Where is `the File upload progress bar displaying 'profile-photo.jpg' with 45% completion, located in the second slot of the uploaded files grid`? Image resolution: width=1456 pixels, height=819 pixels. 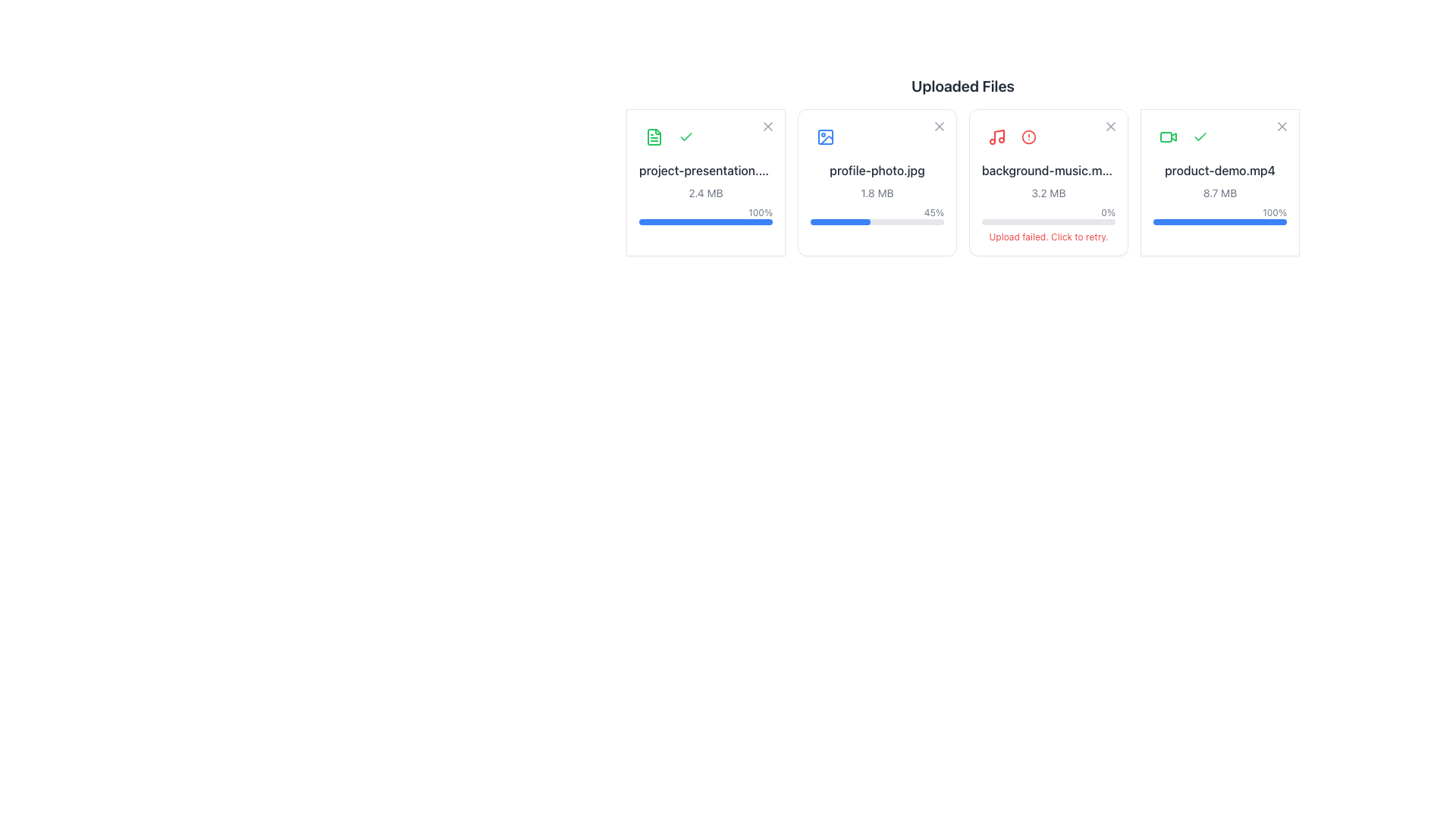 the File upload progress bar displaying 'profile-photo.jpg' with 45% completion, located in the second slot of the uploaded files grid is located at coordinates (877, 192).